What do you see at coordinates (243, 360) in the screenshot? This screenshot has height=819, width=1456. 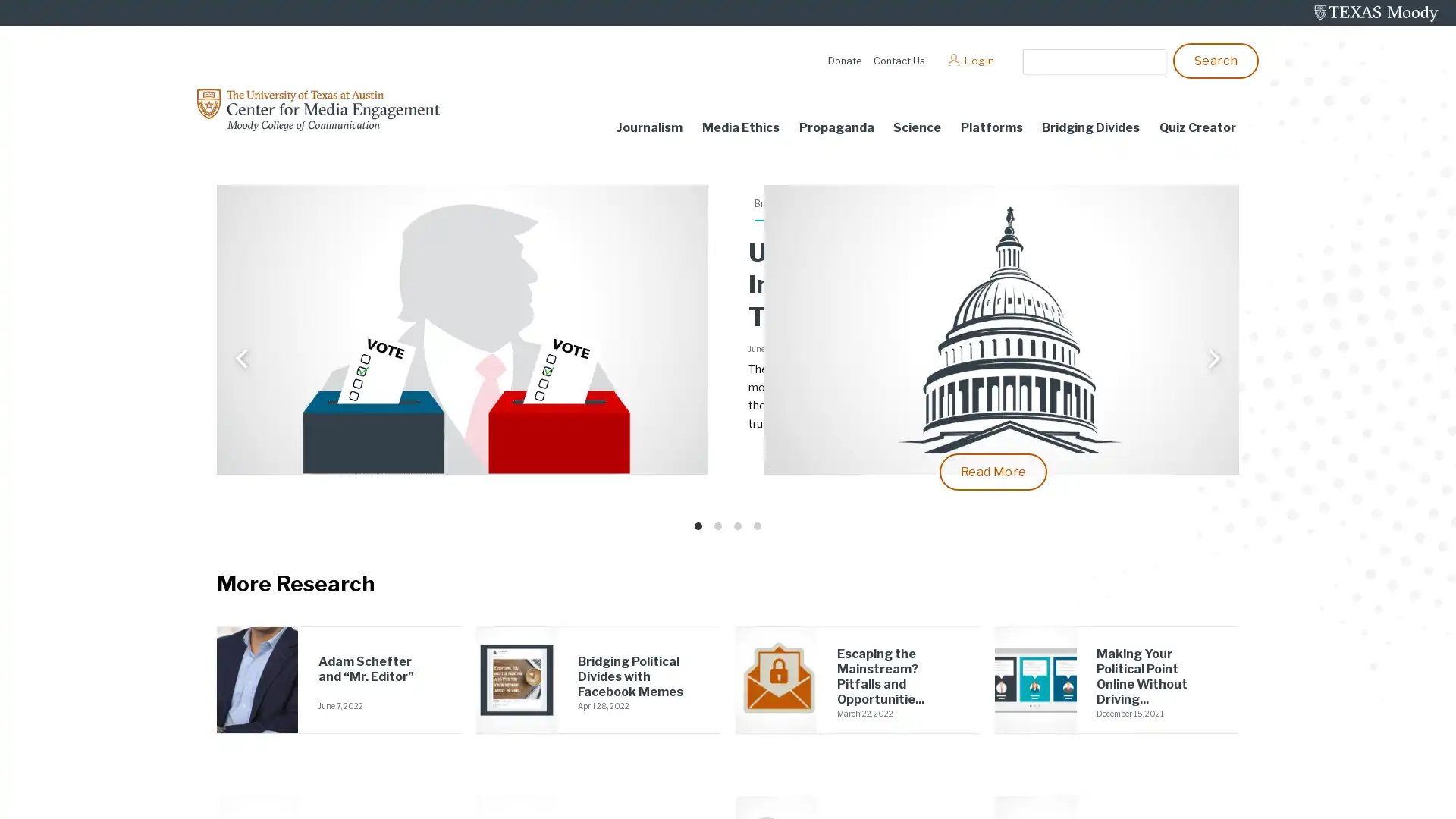 I see `Previous` at bounding box center [243, 360].